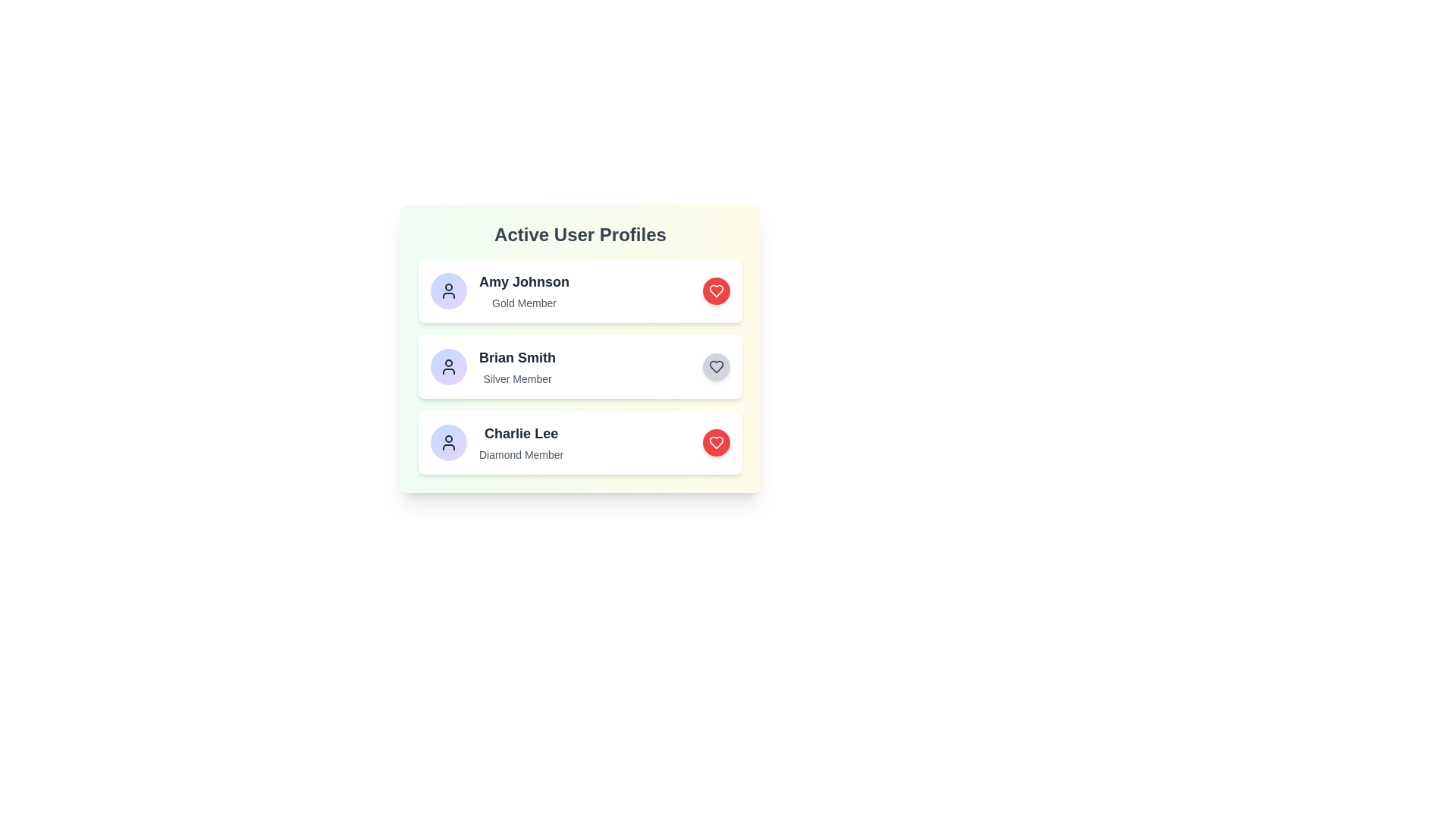 Image resolution: width=1456 pixels, height=819 pixels. Describe the element at coordinates (716, 291) in the screenshot. I see `the circular button with a red background and a white heart icon located on the right side of the user card for 'Amy Johnson' in the 'Active User Profiles' section to like` at that location.